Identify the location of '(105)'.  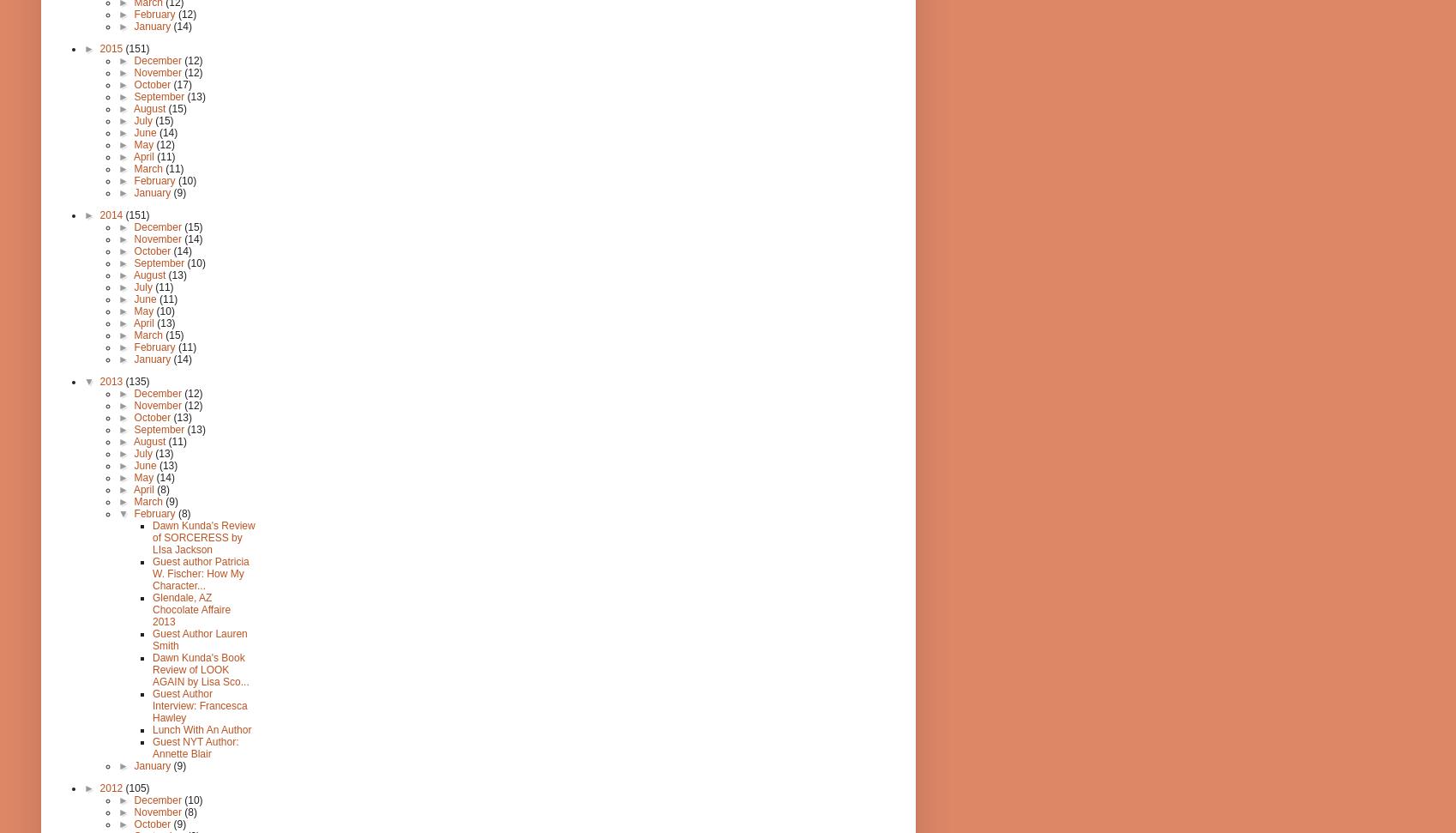
(124, 787).